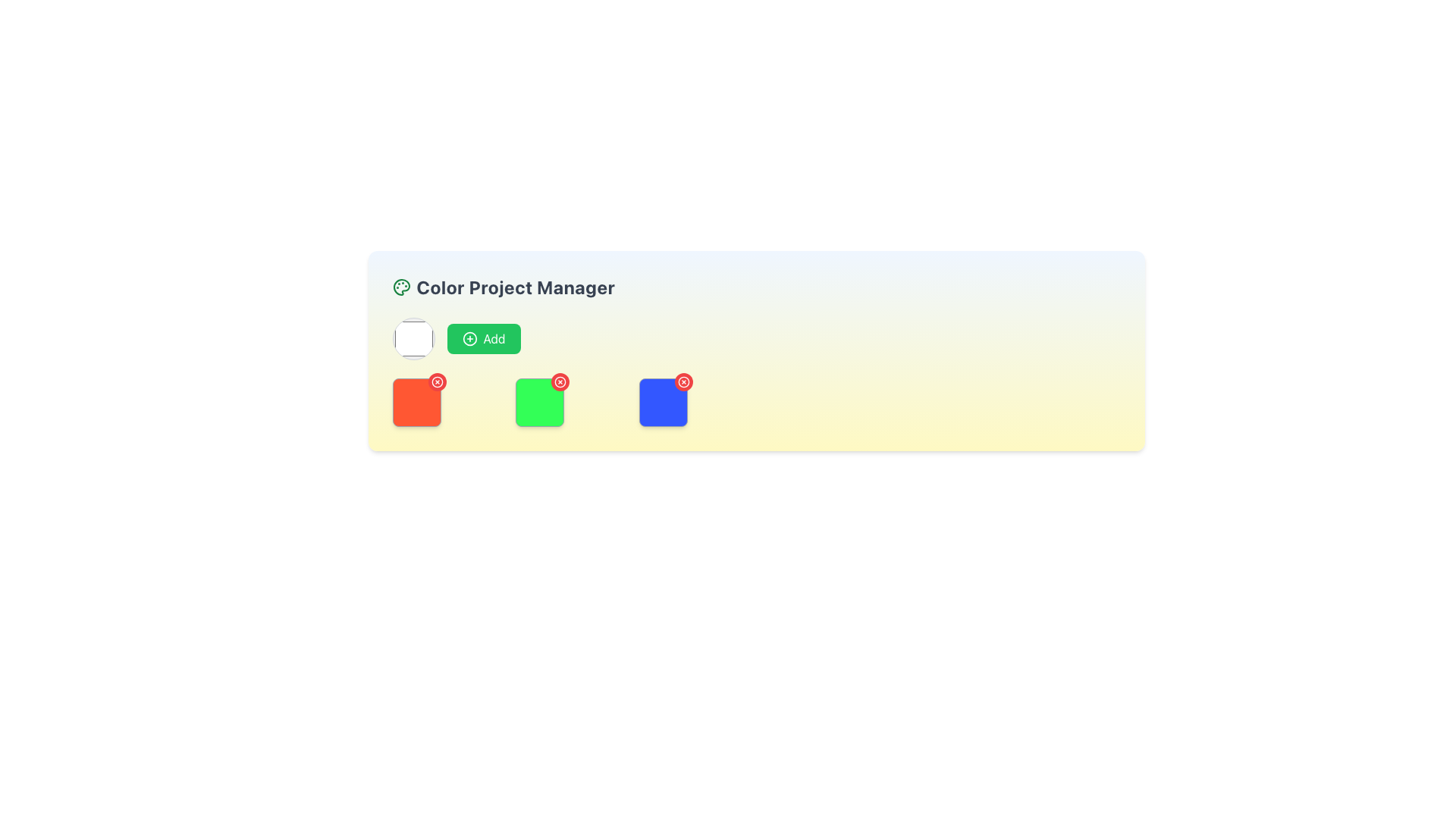  I want to click on the blue button with a rounded corner and a red badge containing a white 'X' icon, located, so click(663, 402).